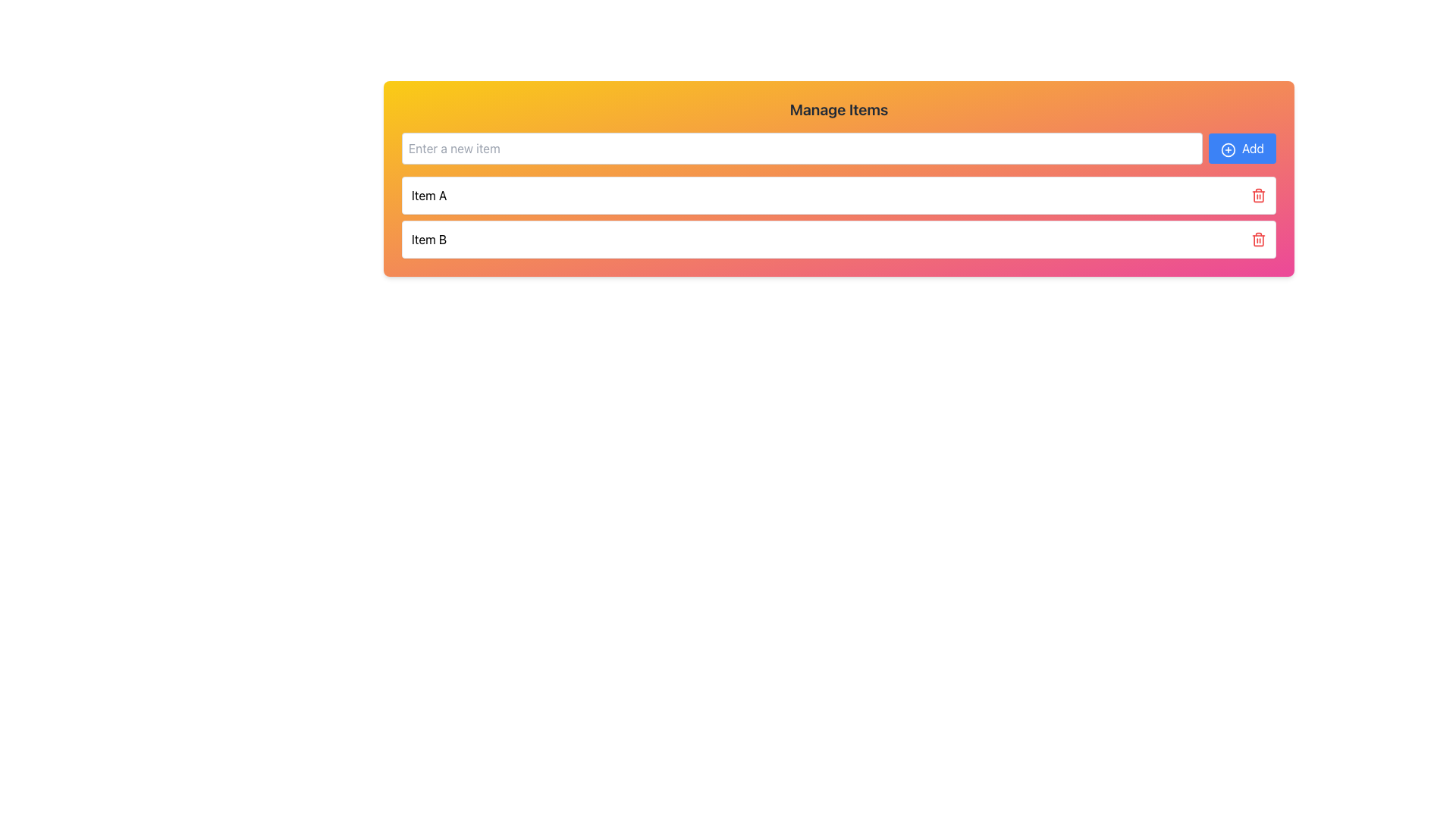 Image resolution: width=1456 pixels, height=819 pixels. I want to click on the 'Add' icon located inside the blue button to the right of the text input field in the horizontal bar with gradient styling, so click(1228, 149).